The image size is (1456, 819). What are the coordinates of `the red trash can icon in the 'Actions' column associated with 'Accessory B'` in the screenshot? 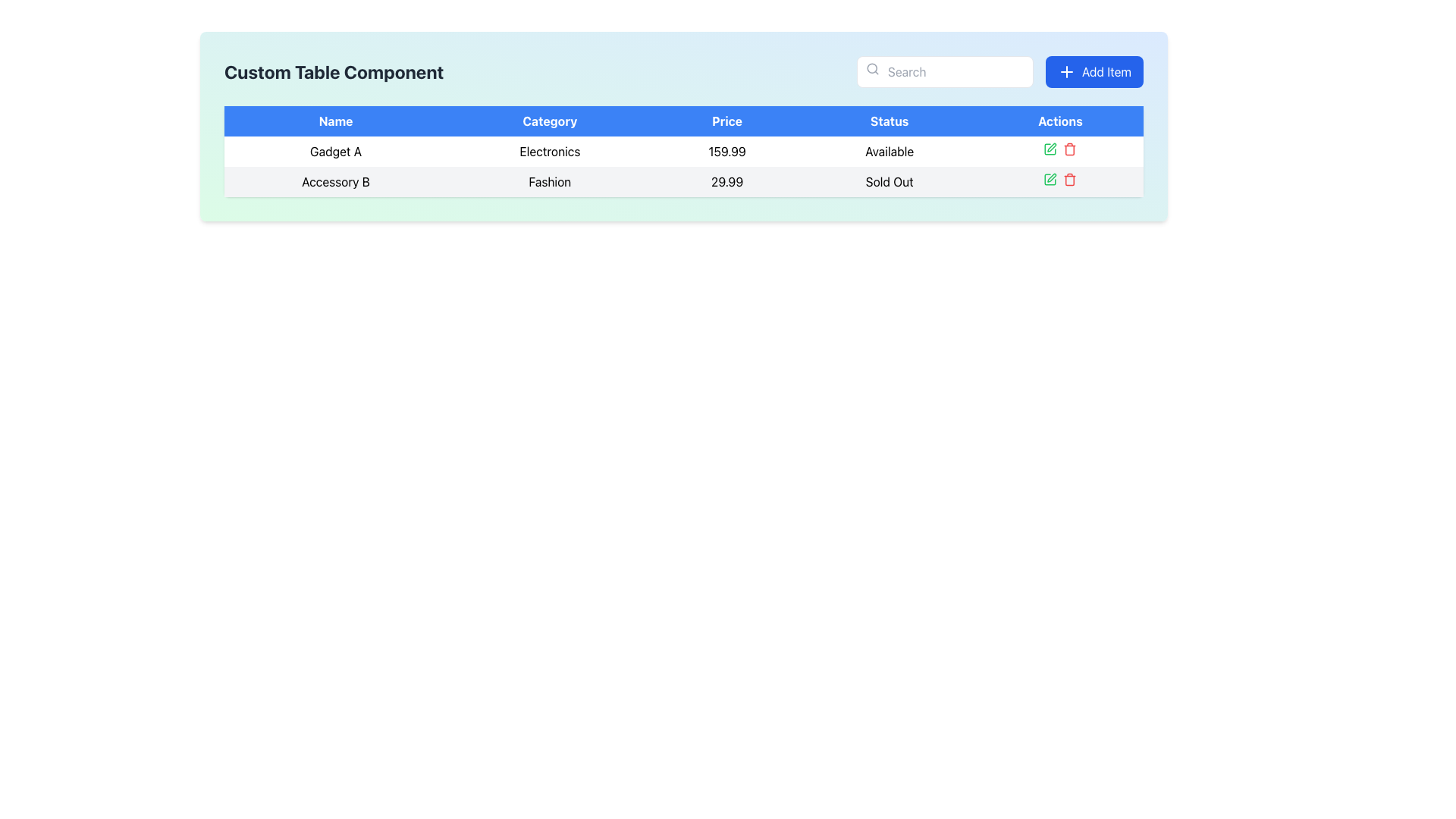 It's located at (1069, 149).